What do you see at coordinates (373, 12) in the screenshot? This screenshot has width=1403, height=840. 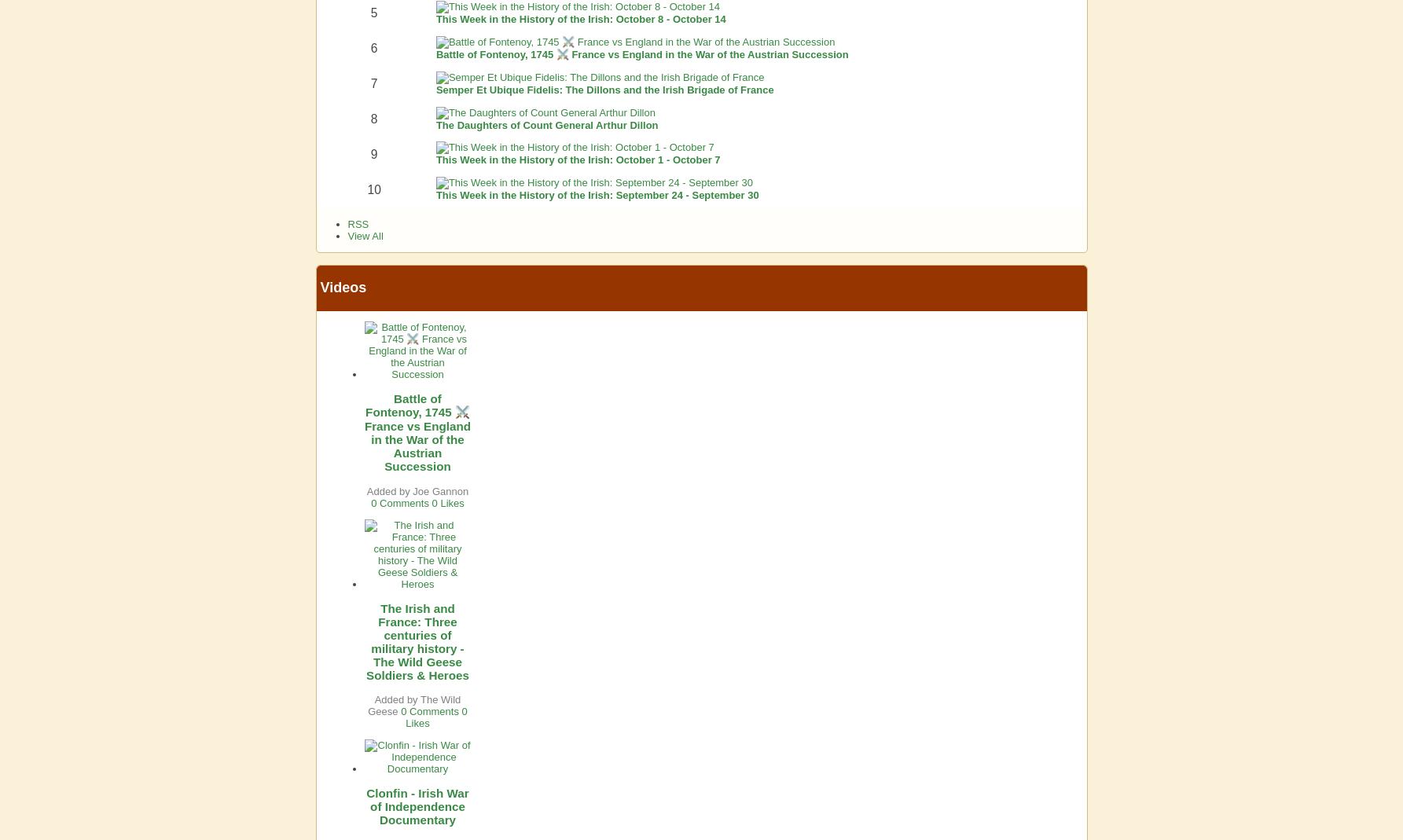 I see `'5'` at bounding box center [373, 12].